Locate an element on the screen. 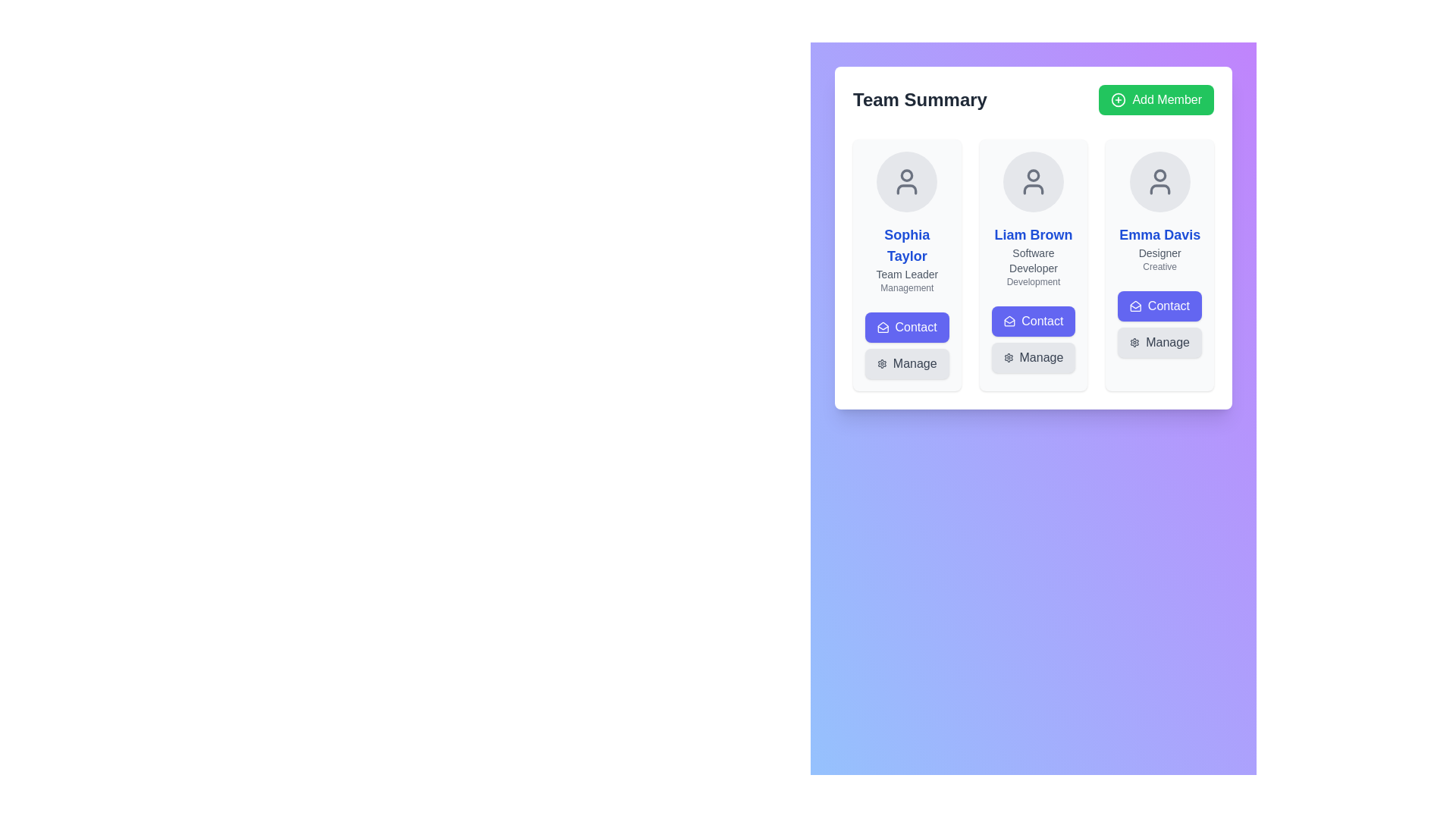  the circular gray user icon with a user silhouette, located in the card labeled 'Emma Davis', above the text 'Designer' and the buttons 'Contact' and 'Manage' is located at coordinates (1159, 180).